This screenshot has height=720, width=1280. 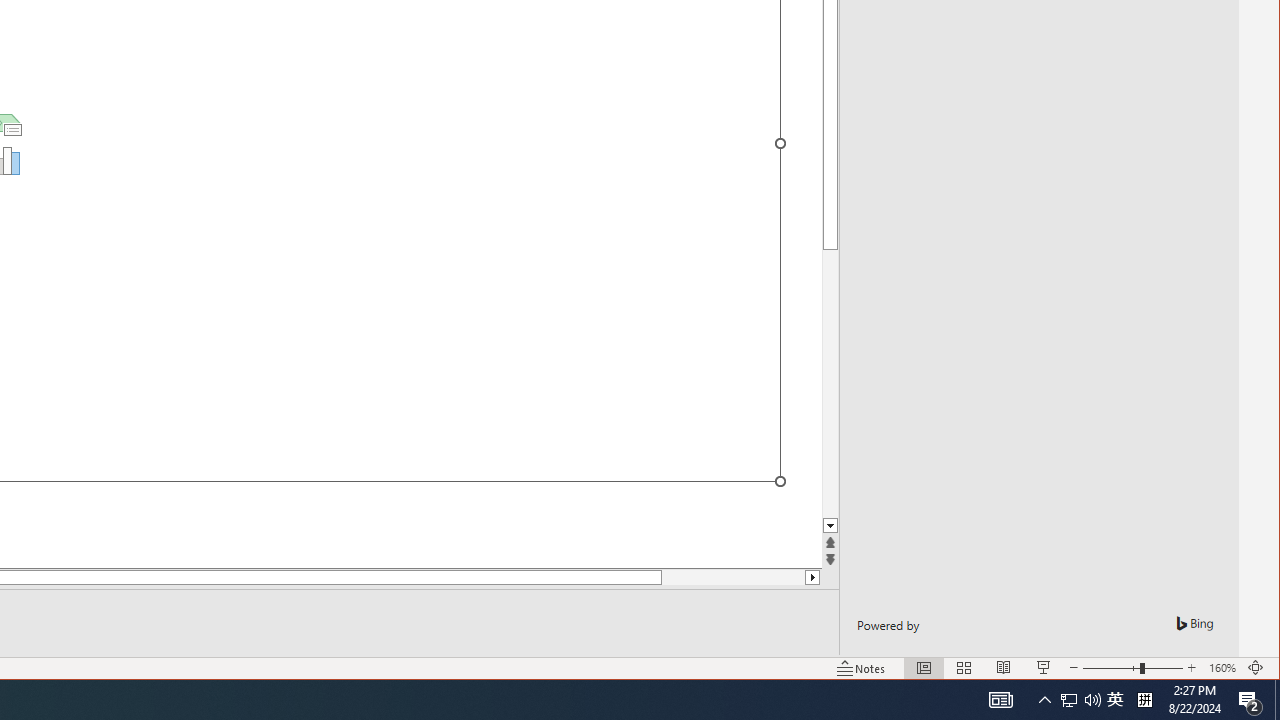 I want to click on 'Zoom 160%', so click(x=1221, y=668).